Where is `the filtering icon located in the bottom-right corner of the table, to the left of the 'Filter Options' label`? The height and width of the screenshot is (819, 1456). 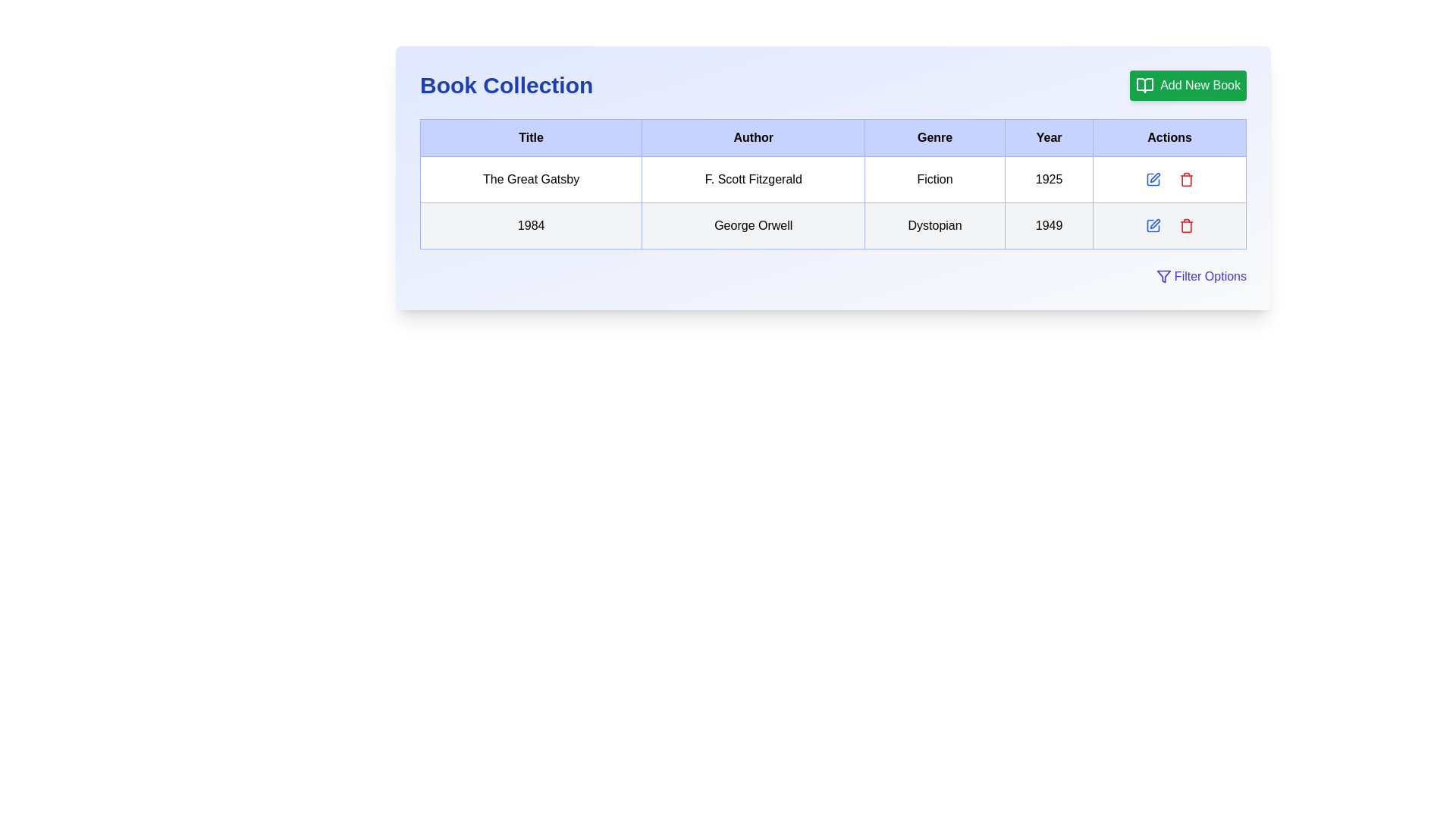 the filtering icon located in the bottom-right corner of the table, to the left of the 'Filter Options' label is located at coordinates (1163, 277).